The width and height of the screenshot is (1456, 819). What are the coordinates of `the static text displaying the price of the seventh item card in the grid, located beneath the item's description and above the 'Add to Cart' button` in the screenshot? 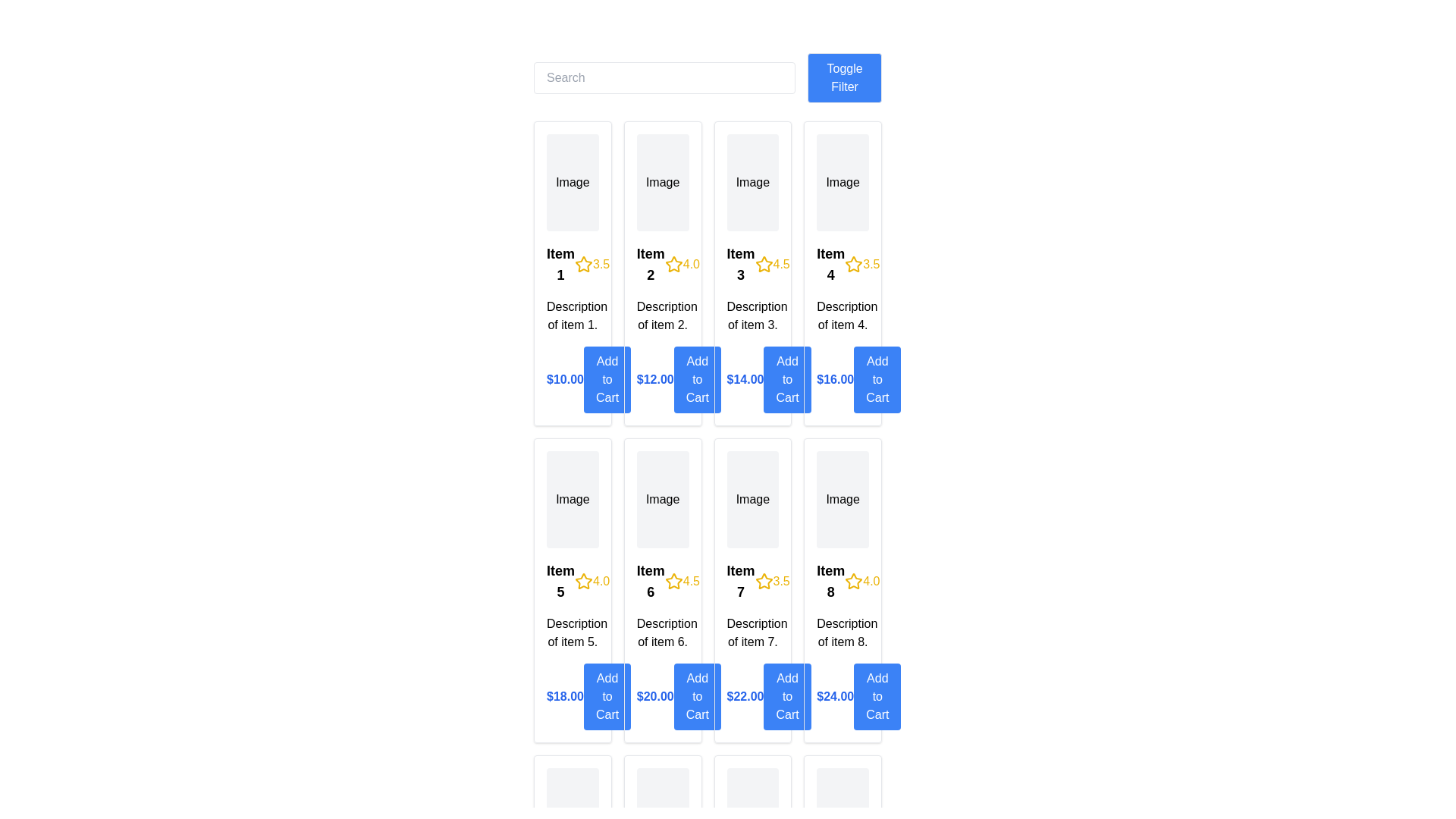 It's located at (745, 696).